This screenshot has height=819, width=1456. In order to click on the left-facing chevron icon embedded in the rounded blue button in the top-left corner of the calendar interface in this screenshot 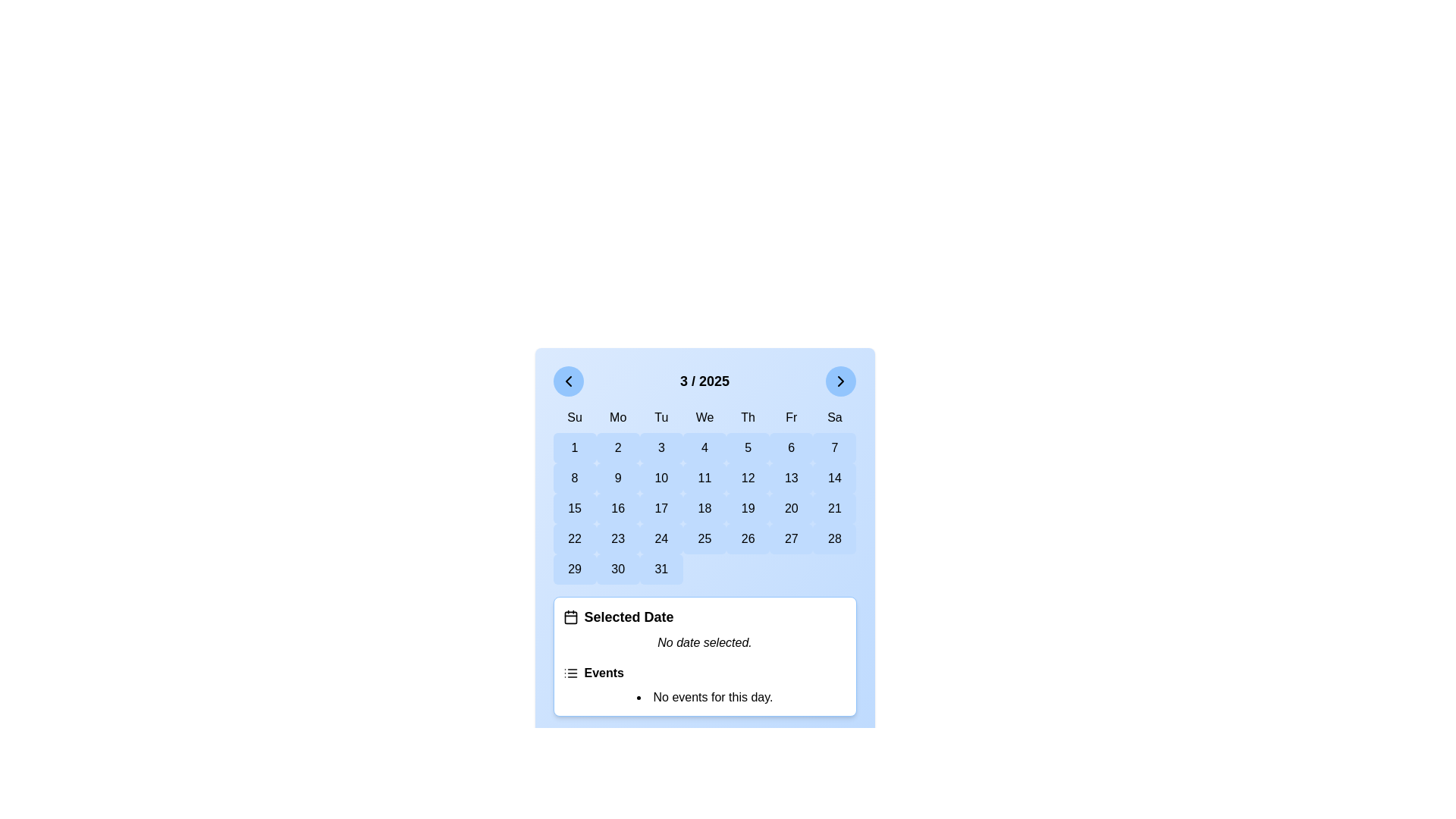, I will do `click(567, 380)`.